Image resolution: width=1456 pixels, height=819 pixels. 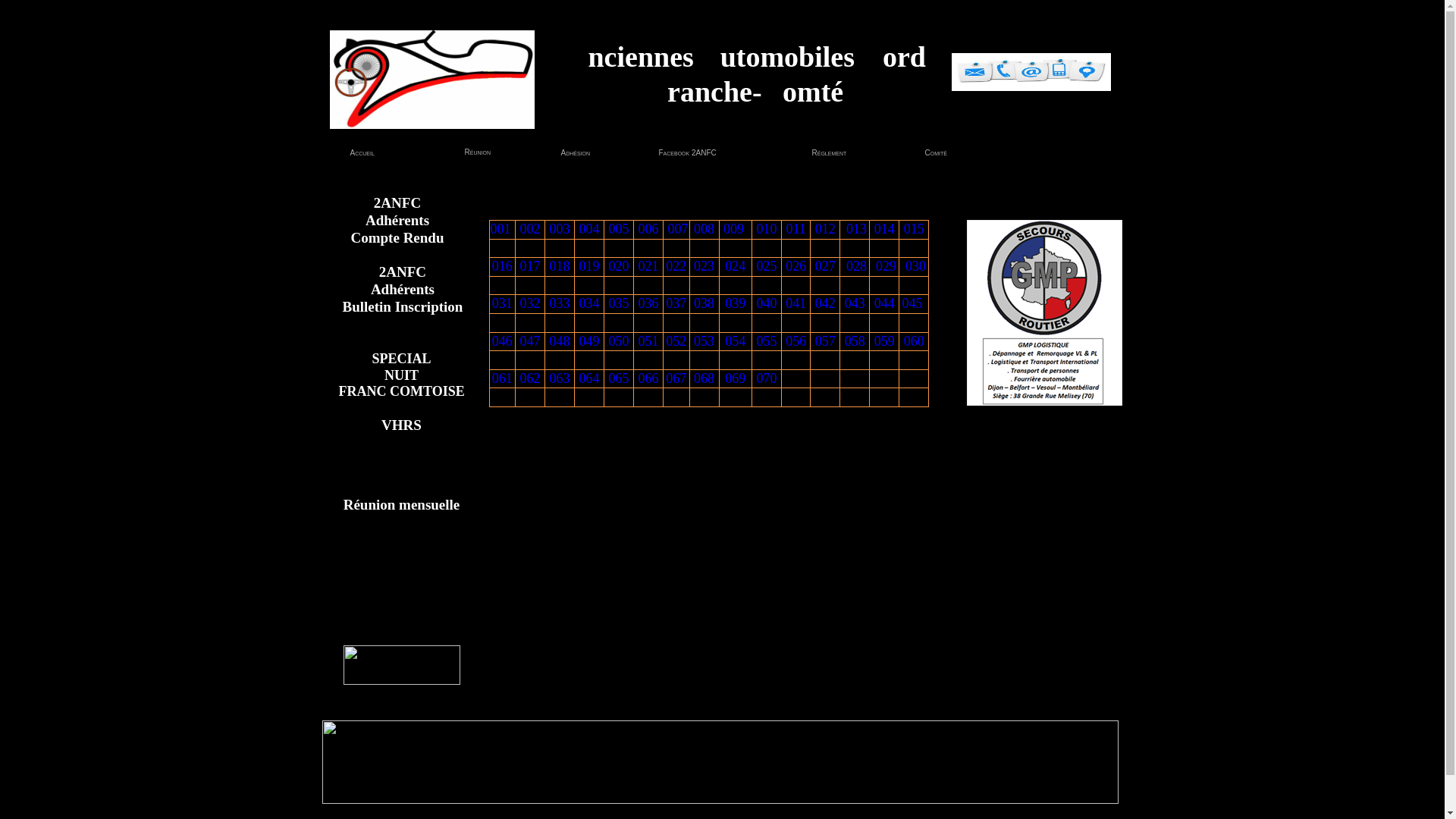 I want to click on ' 005 ', so click(x=619, y=228).